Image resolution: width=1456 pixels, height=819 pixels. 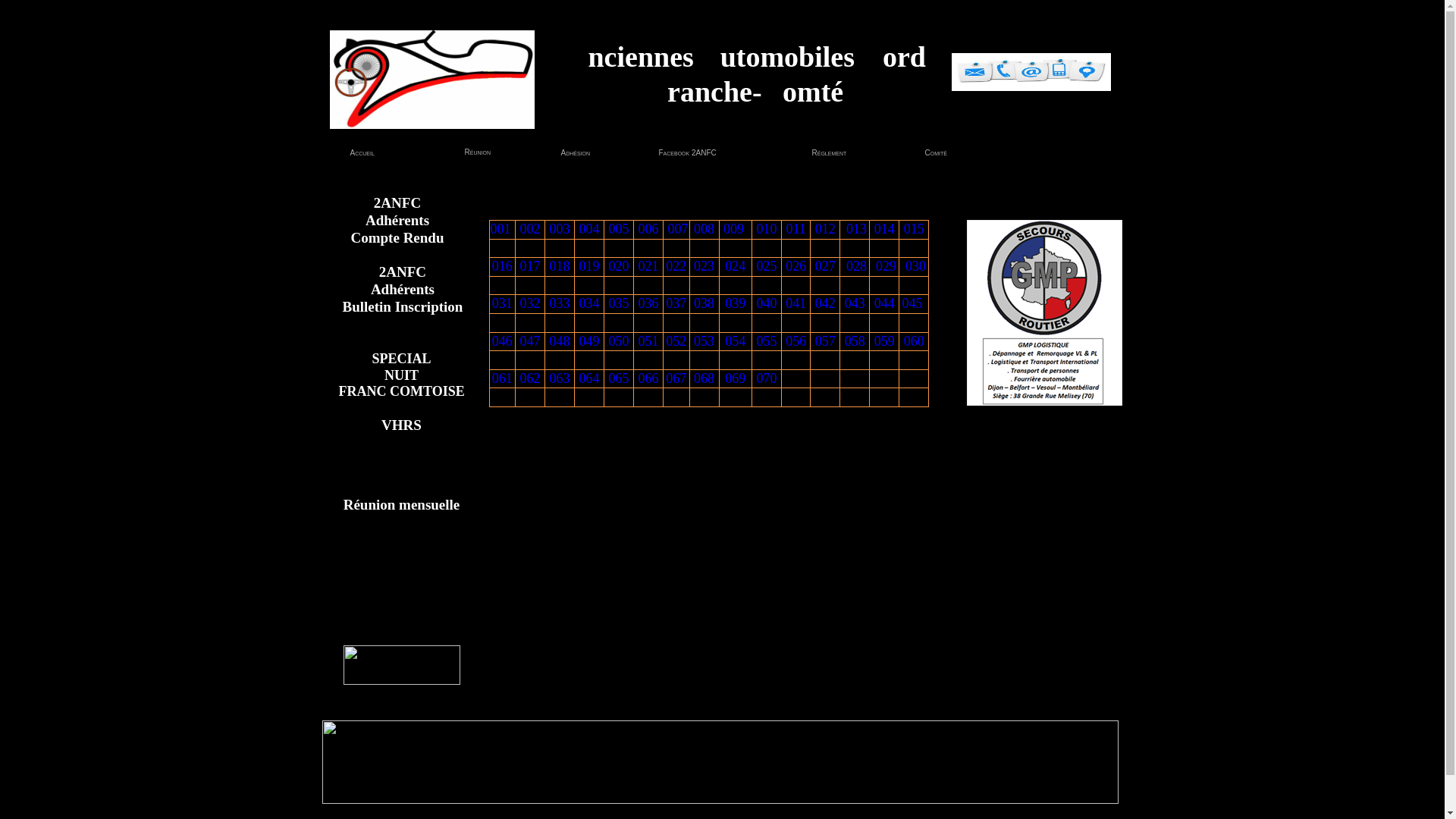 I want to click on ' 005 ', so click(x=619, y=228).